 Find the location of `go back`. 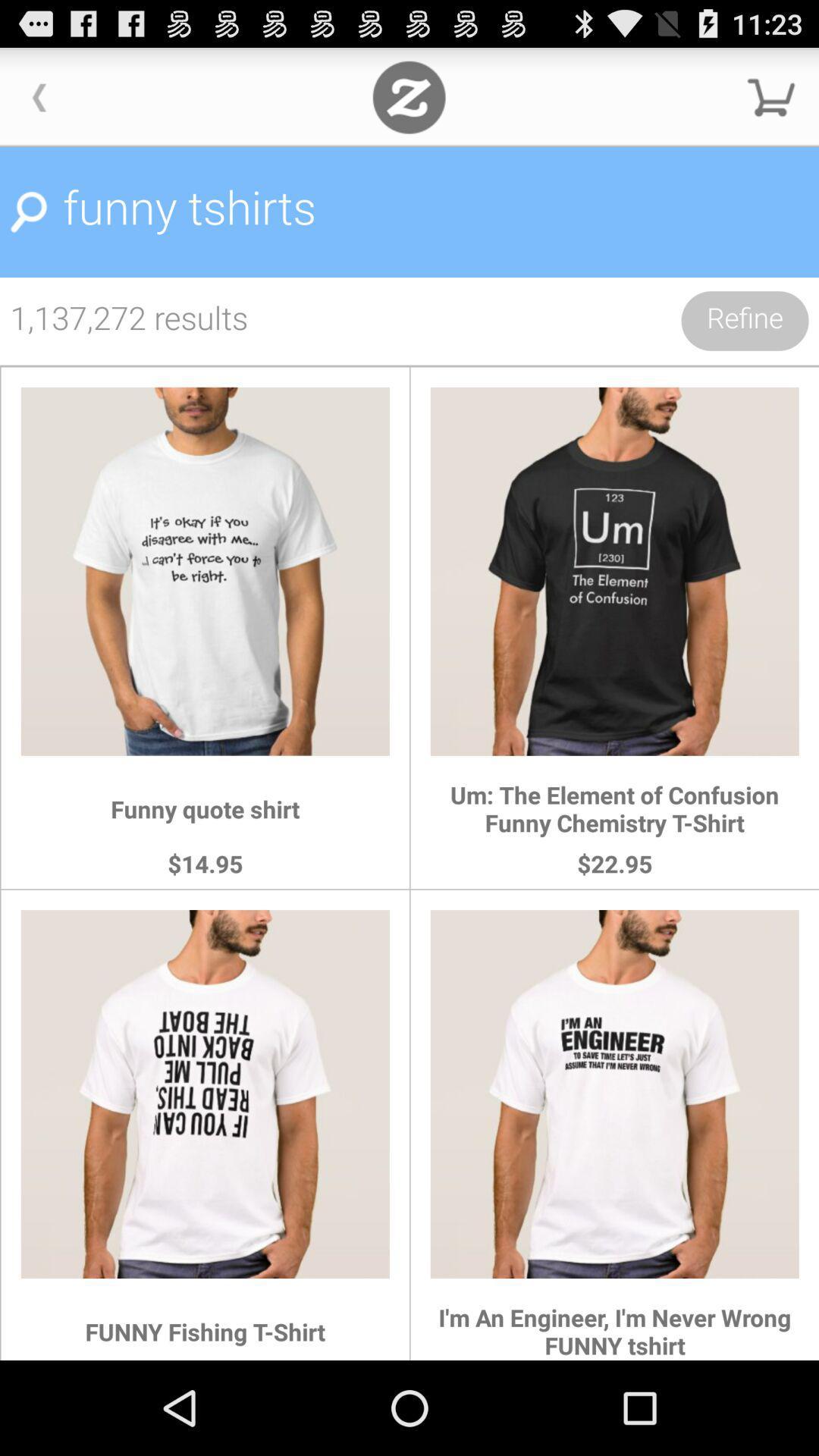

go back is located at coordinates (39, 96).